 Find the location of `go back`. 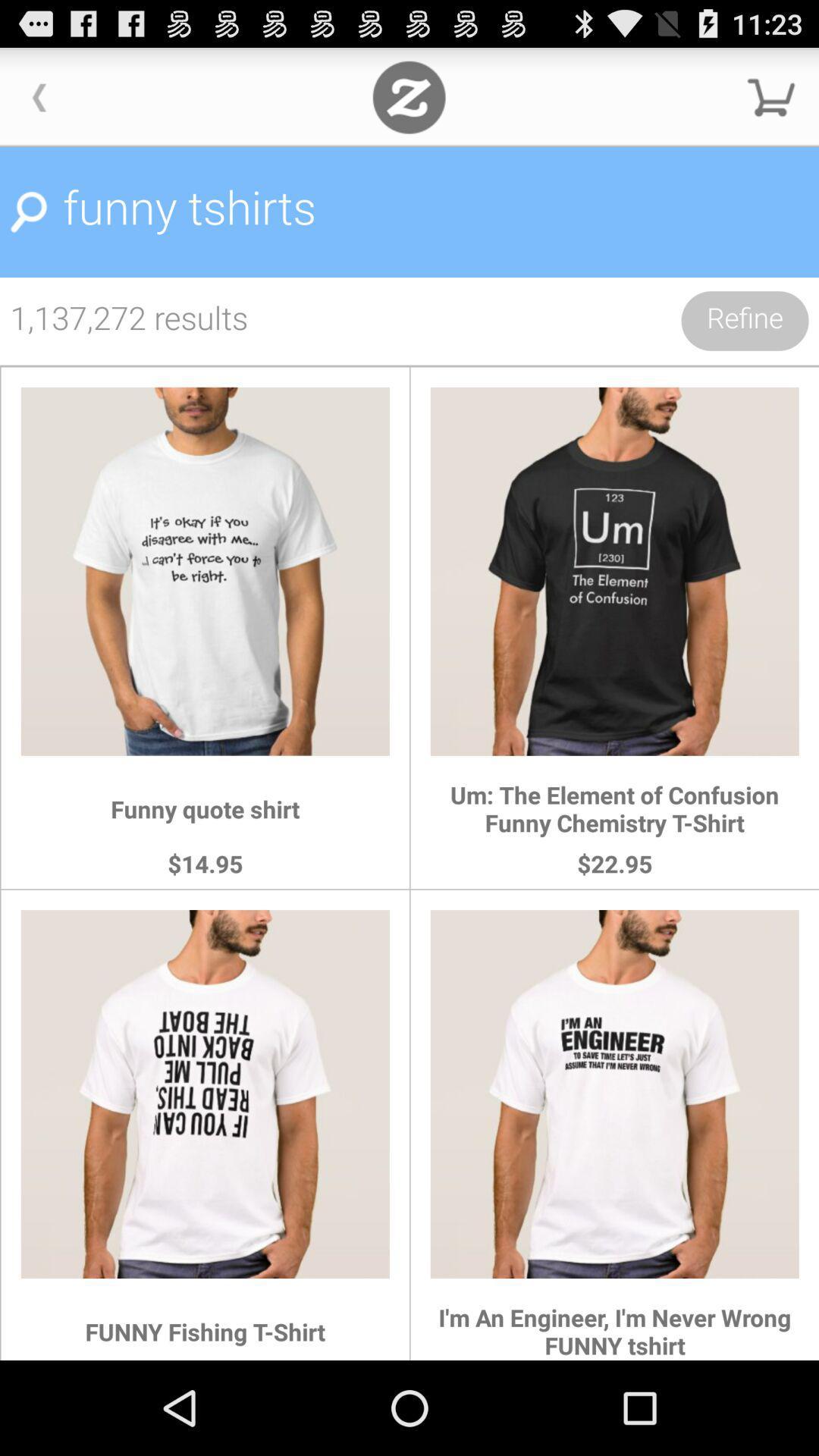

go back is located at coordinates (39, 96).